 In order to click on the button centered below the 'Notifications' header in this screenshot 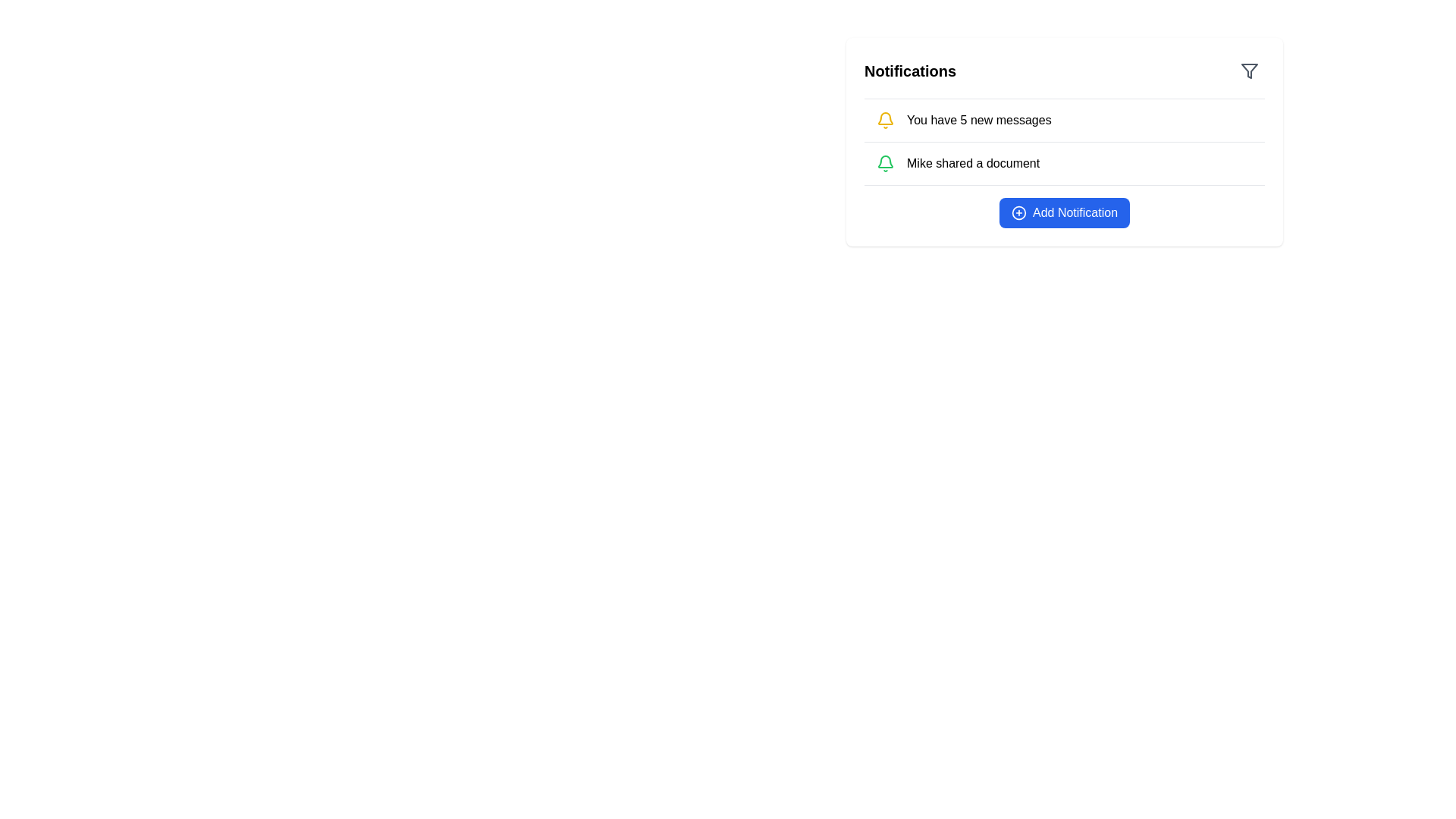, I will do `click(1063, 213)`.